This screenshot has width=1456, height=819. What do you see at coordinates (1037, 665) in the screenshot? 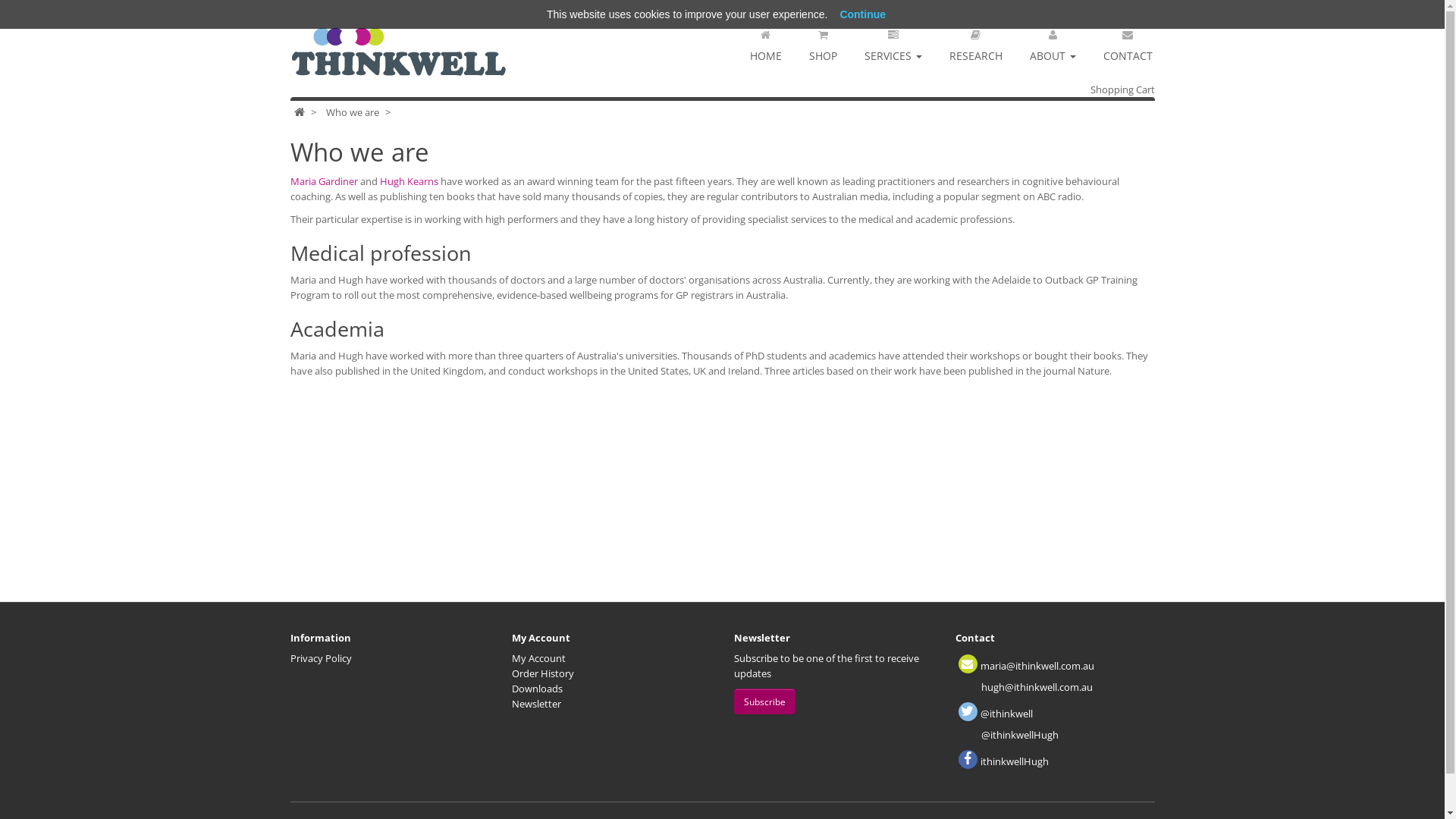
I see `'maria@ithinkwell.com.au'` at bounding box center [1037, 665].